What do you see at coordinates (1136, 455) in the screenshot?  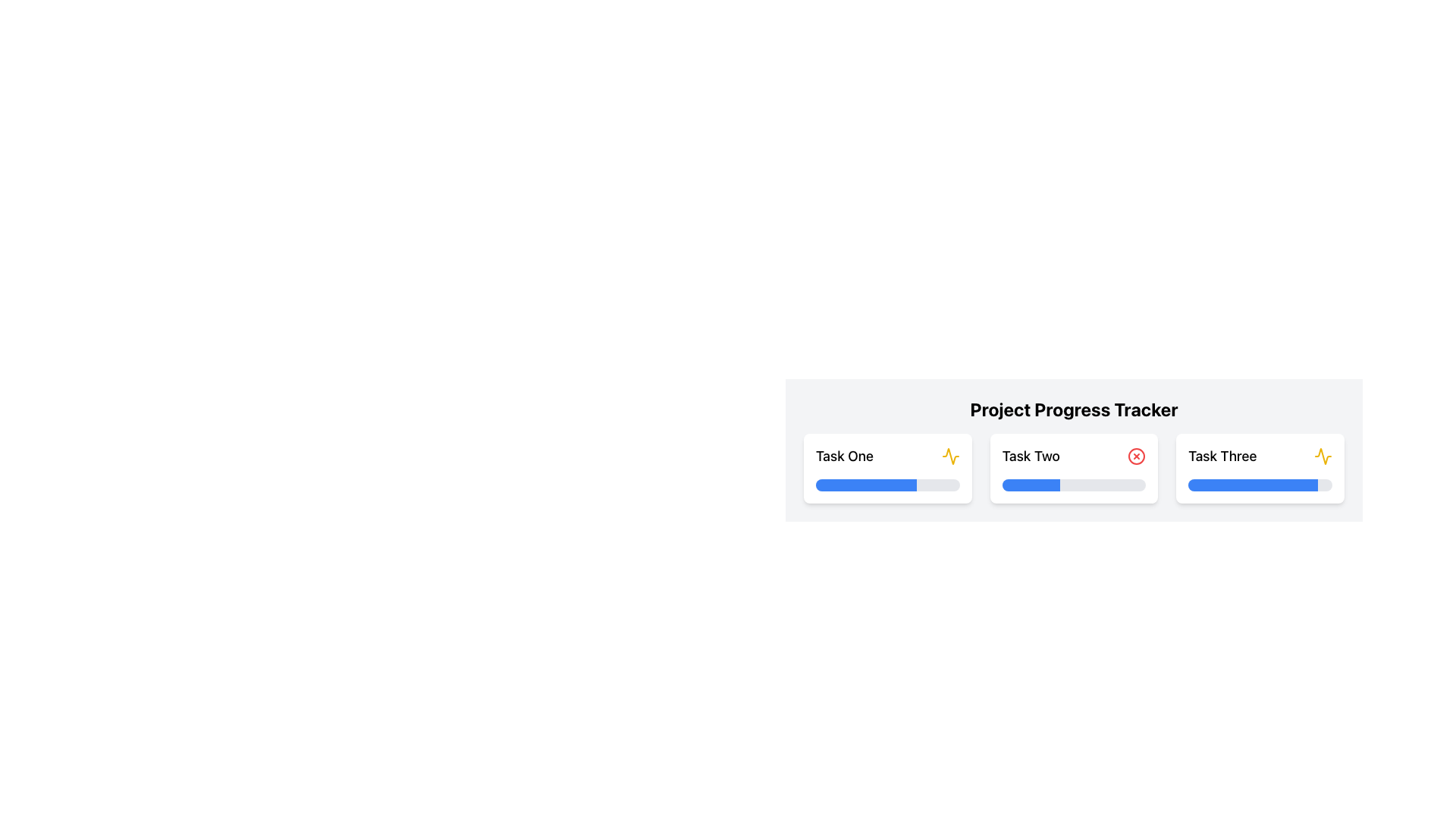 I see `the red circular button with an 'X' symbol located in the 'Task Two' section, to the right of the 'Task Two' label and above the progress bar` at bounding box center [1136, 455].